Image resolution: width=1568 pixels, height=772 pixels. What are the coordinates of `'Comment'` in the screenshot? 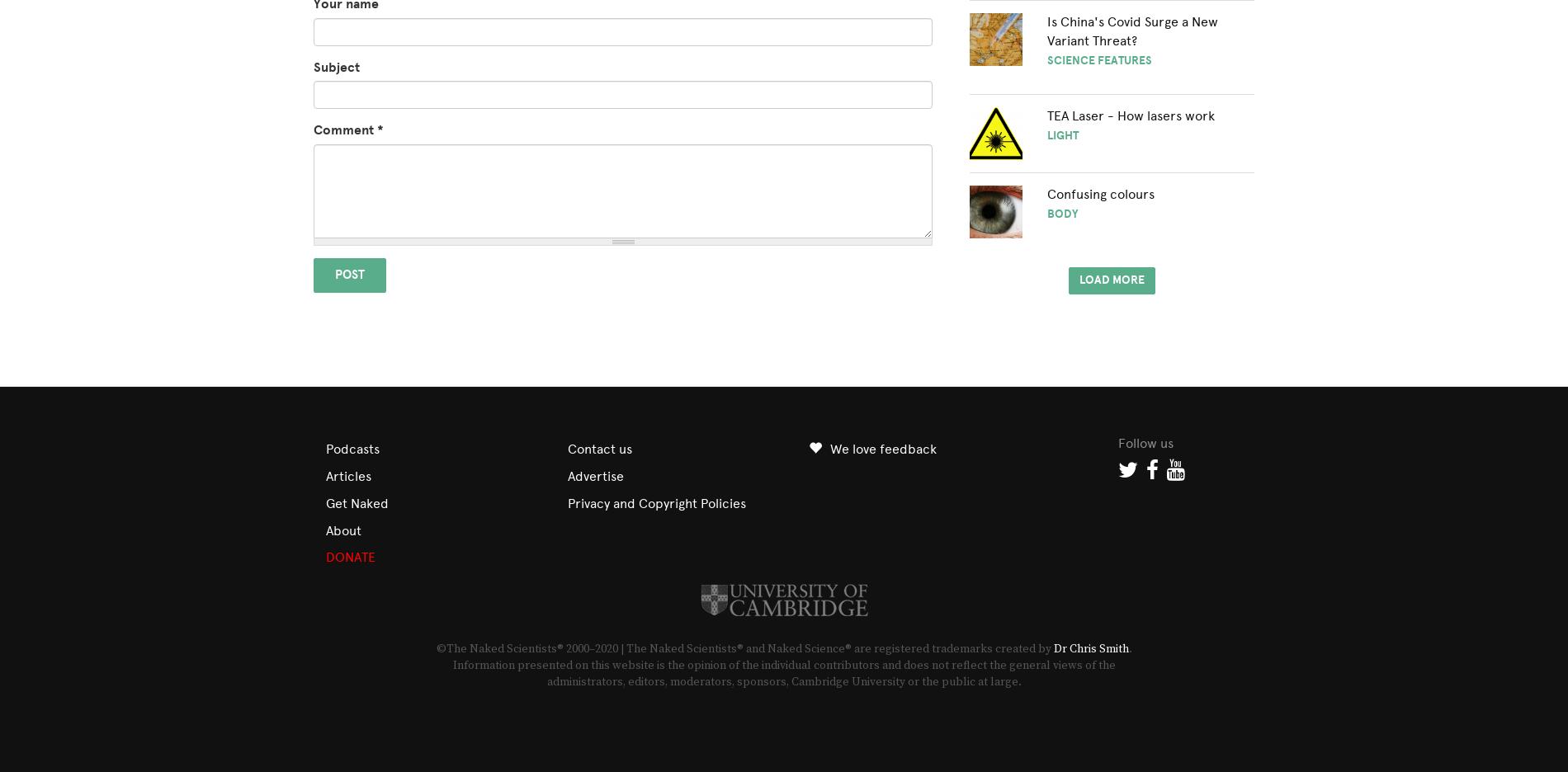 It's located at (344, 129).